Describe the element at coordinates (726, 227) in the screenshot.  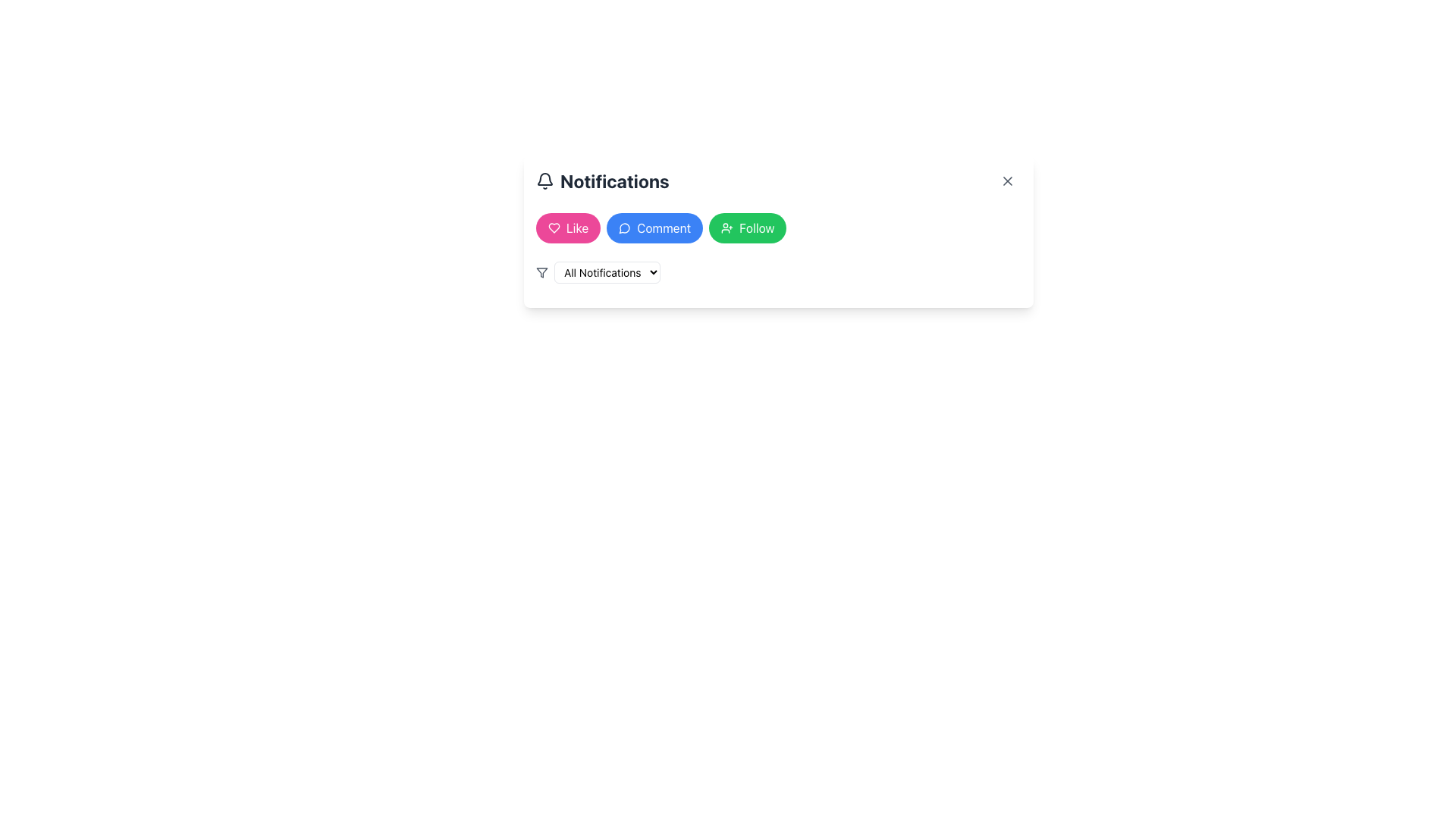
I see `the 'Follow' icon which is part of a green rounded rectangular button, located to the right of similar action buttons like 'Like' and 'Comment'` at that location.